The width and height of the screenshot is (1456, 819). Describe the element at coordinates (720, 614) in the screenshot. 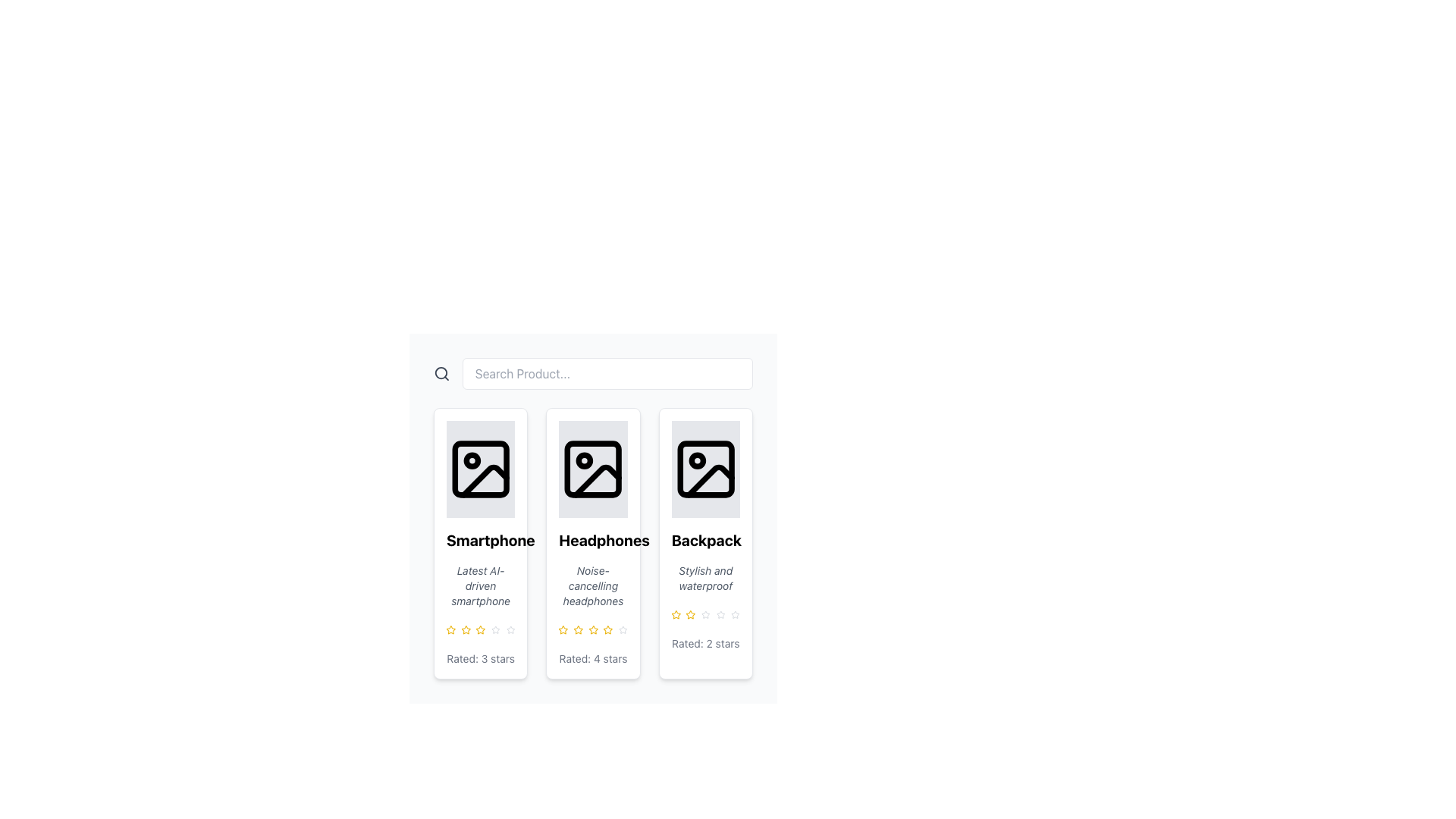

I see `the fourth star in the rating system beneath the 'Backpack' product card to evaluate the rating` at that location.